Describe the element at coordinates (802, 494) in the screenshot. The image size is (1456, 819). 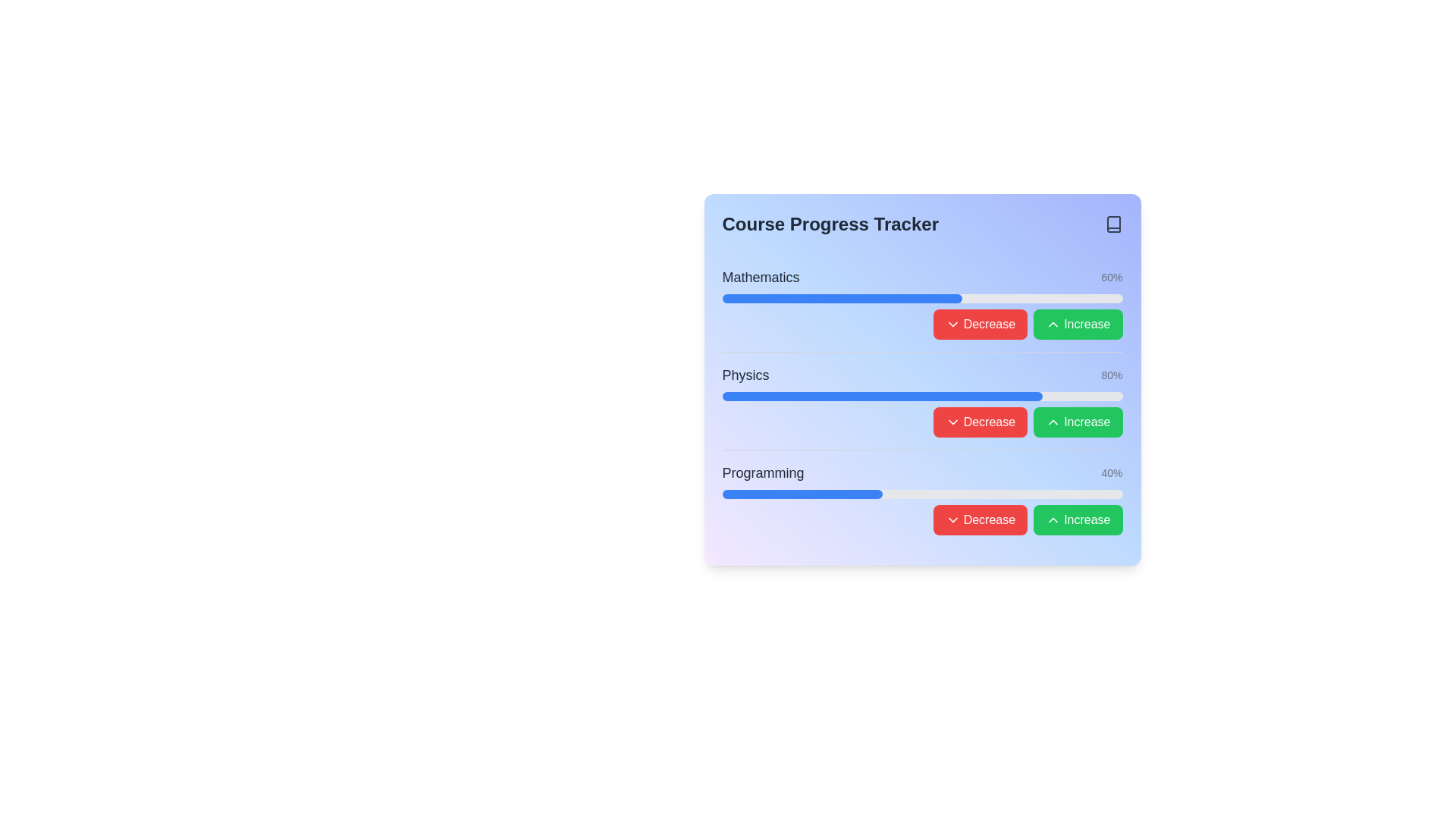
I see `the blue progress bar indicating programming completion within the Course Progress Tracker` at that location.